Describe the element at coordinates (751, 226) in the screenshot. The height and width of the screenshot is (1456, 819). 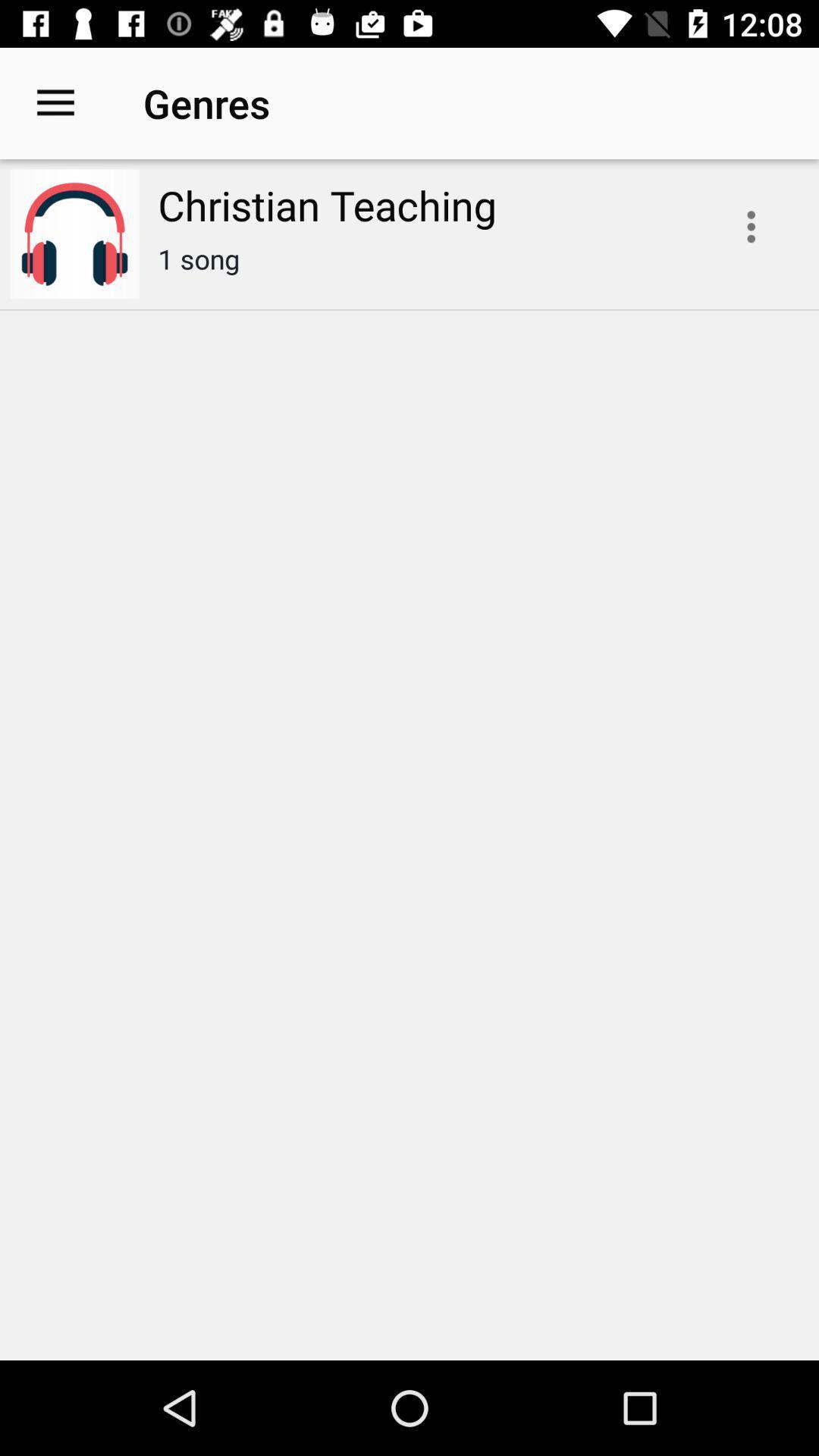
I see `the icon at the top right corner` at that location.